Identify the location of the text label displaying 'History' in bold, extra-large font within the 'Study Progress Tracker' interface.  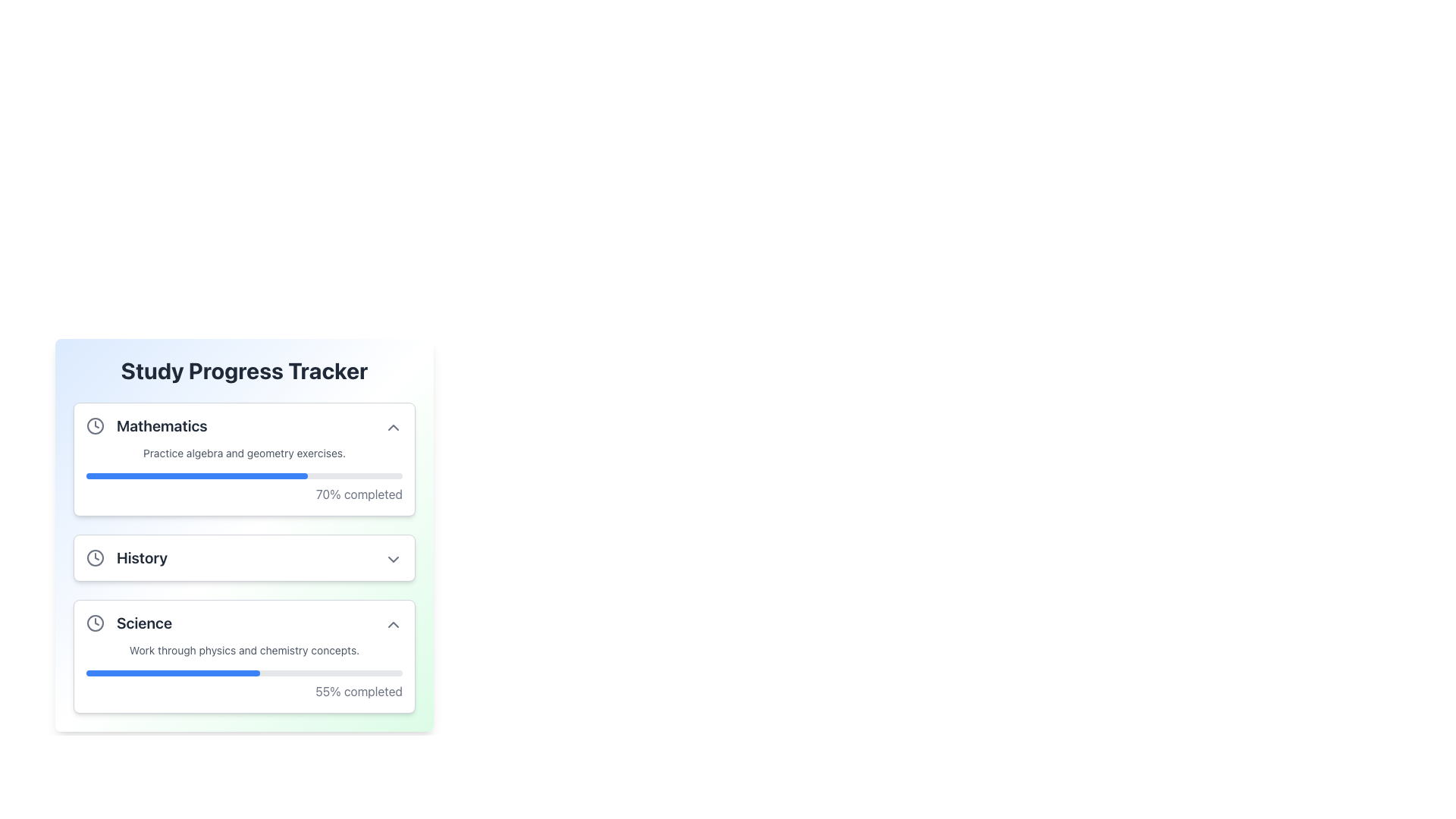
(142, 558).